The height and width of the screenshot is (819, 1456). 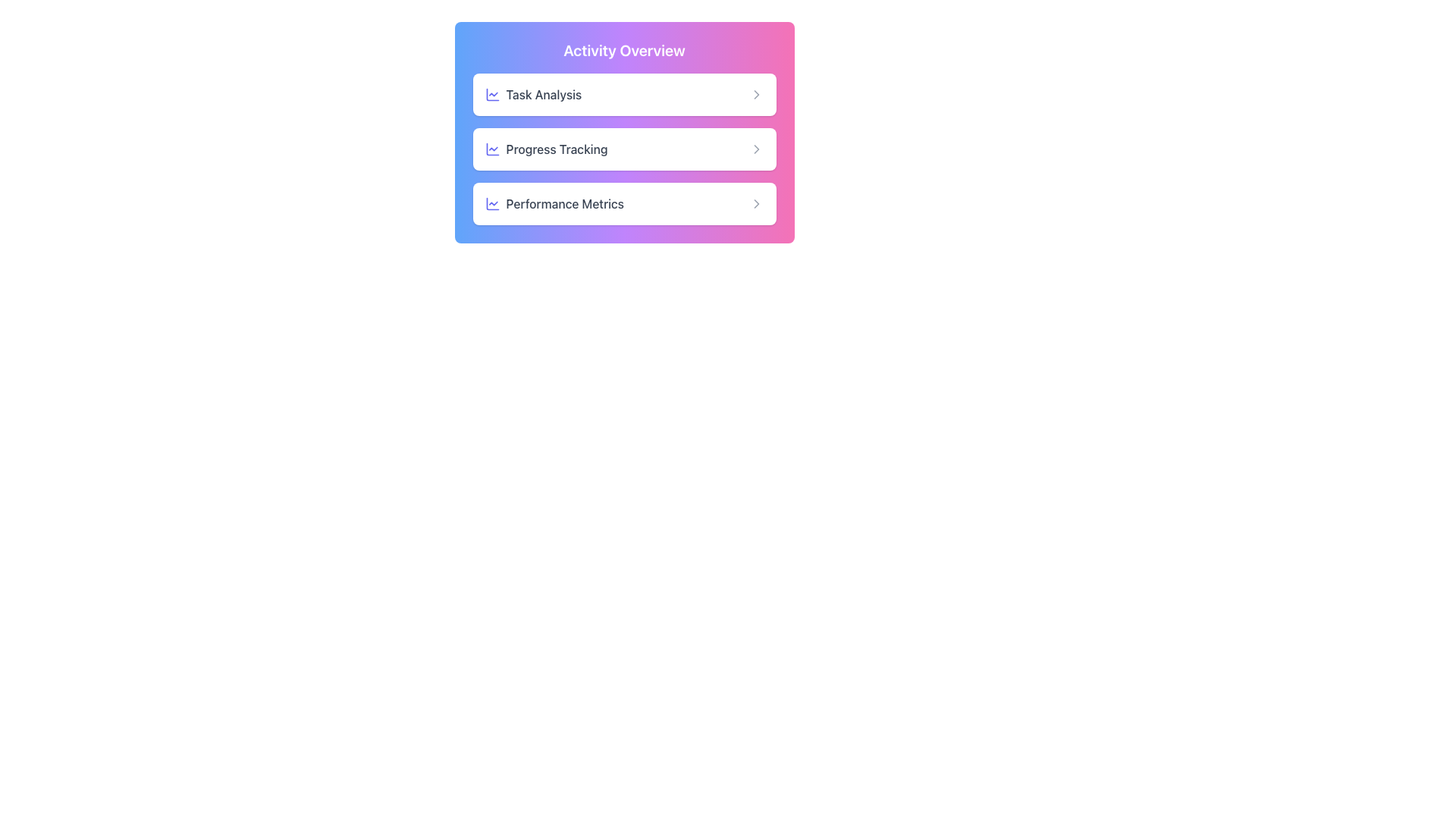 I want to click on the rightward-pointing chevron icon located within the highlighted 'Progress Tracking' section to indicate navigation, so click(x=756, y=149).